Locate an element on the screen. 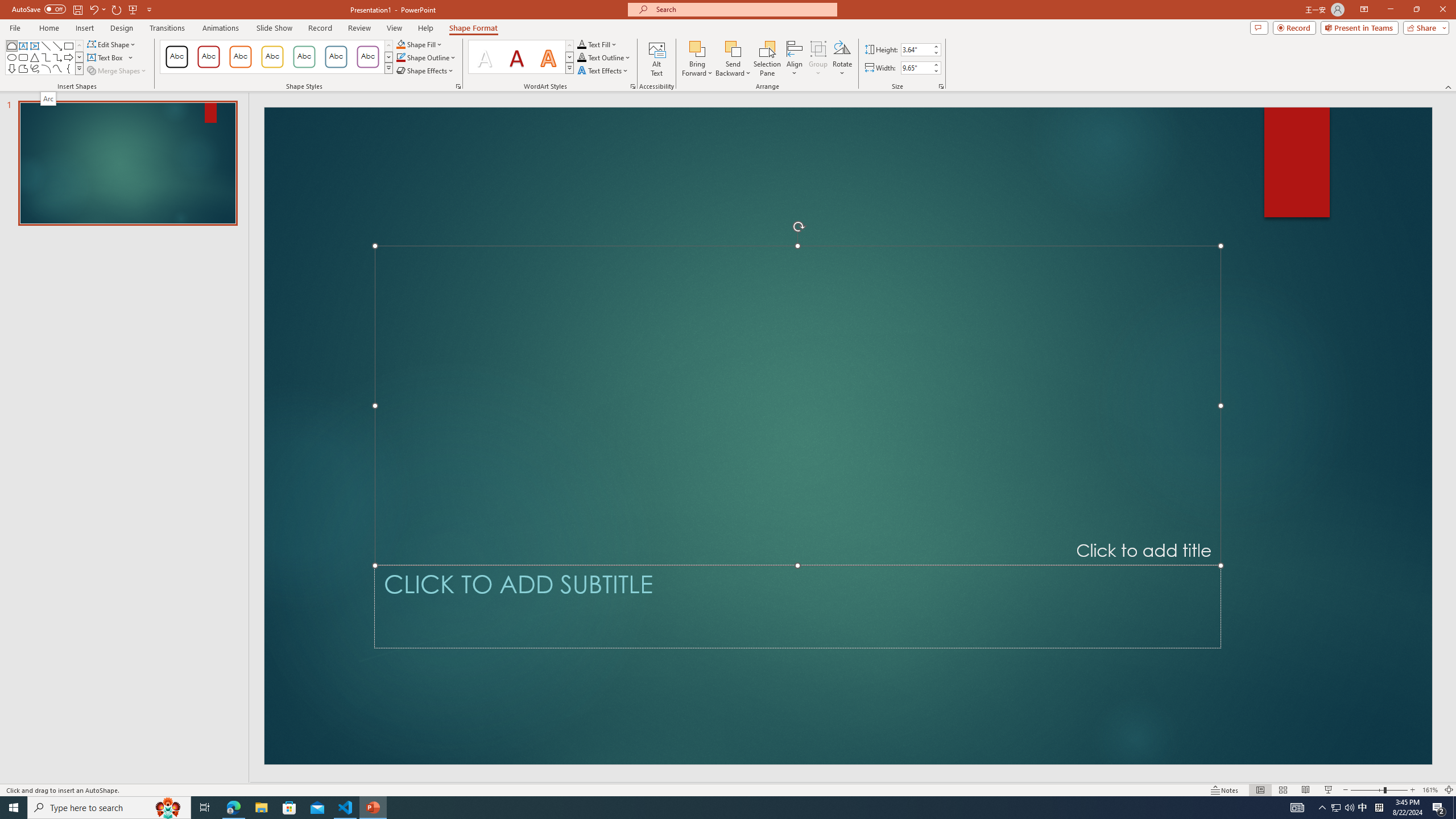 The height and width of the screenshot is (819, 1456). 'Colored Outline - Dark Red, Accent 1' is located at coordinates (208, 56).